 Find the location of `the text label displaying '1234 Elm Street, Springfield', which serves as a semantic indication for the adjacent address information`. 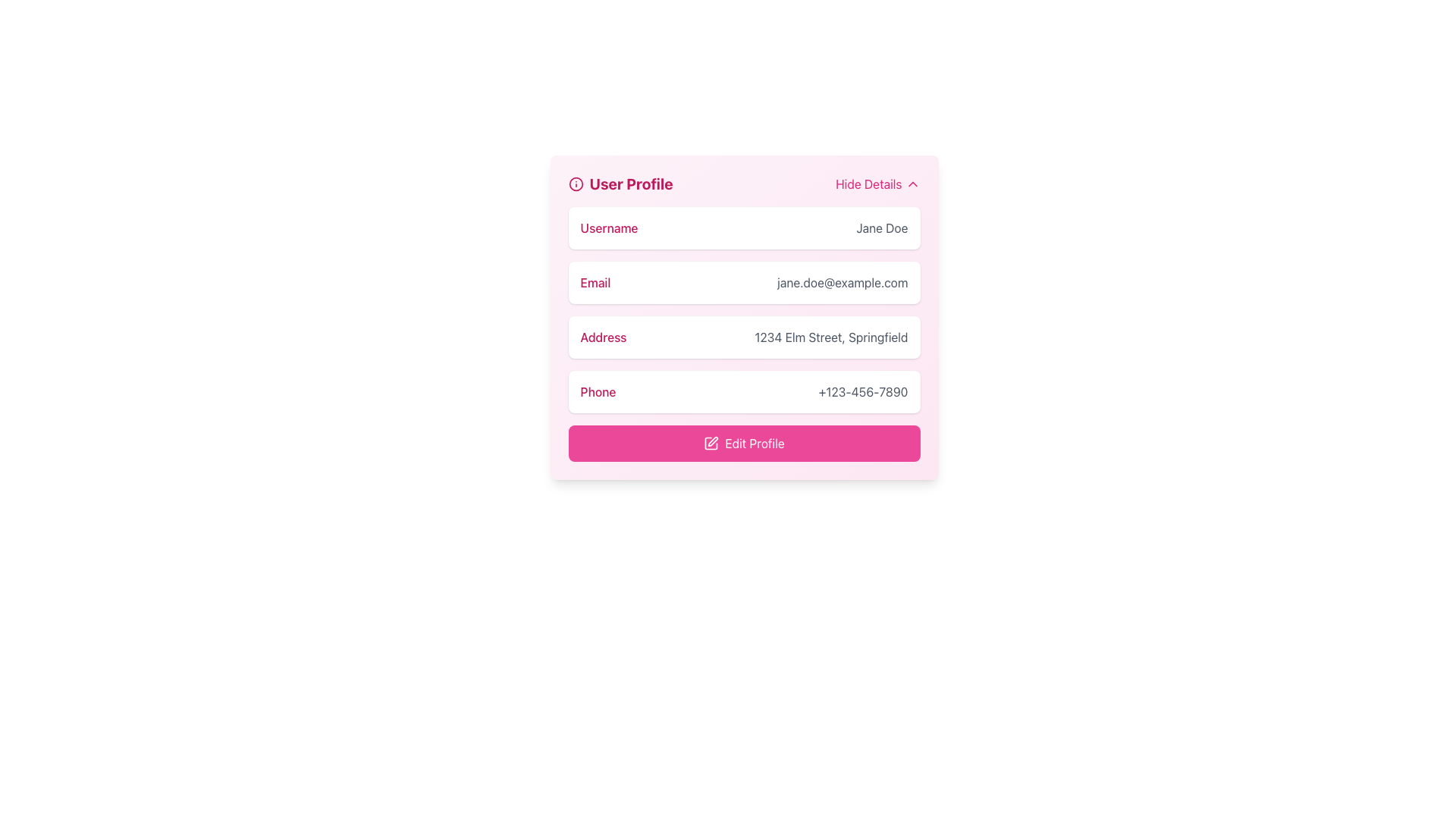

the text label displaying '1234 Elm Street, Springfield', which serves as a semantic indication for the adjacent address information is located at coordinates (603, 336).